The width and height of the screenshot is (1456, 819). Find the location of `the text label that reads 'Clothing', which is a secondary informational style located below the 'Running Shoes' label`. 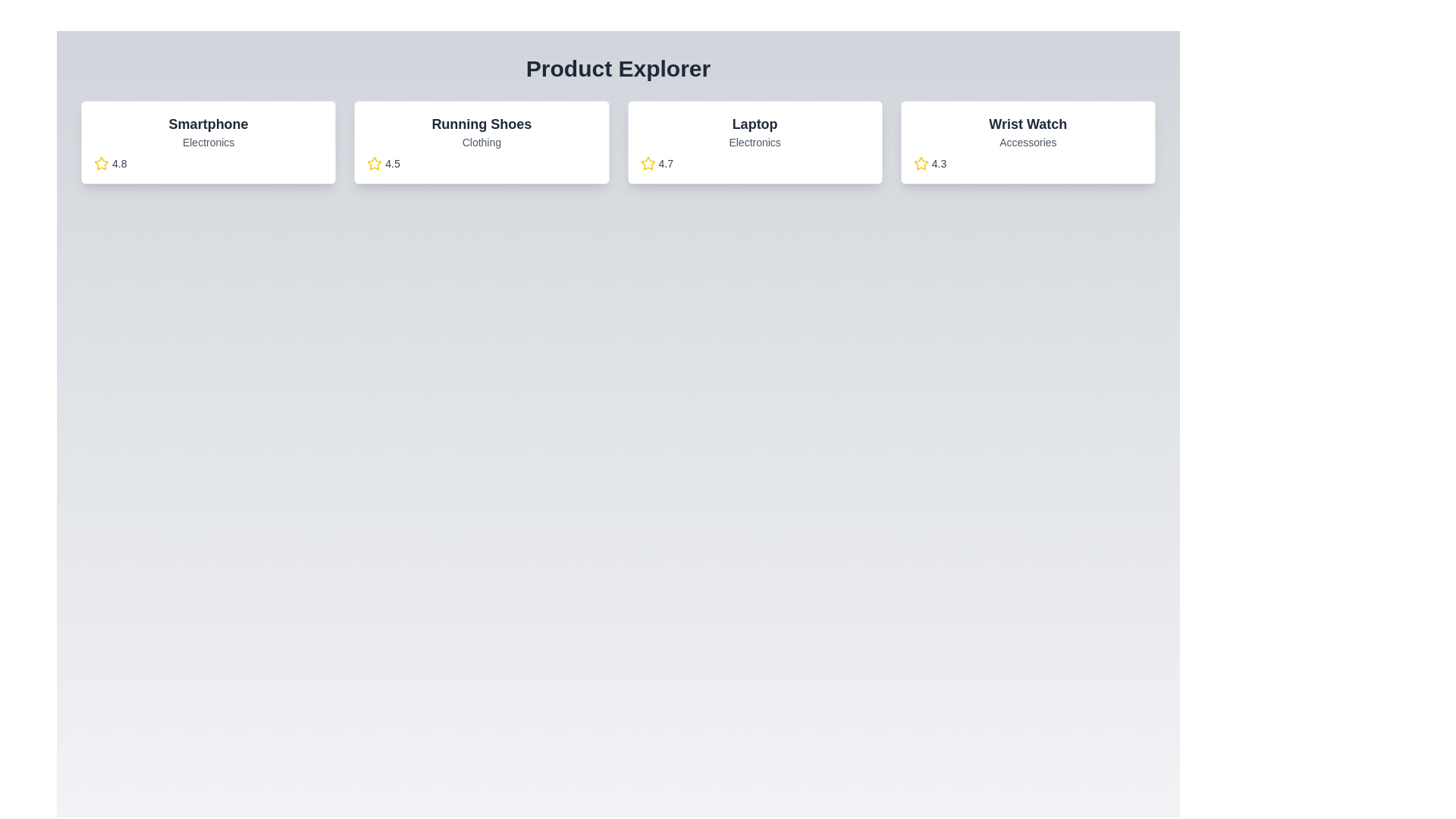

the text label that reads 'Clothing', which is a secondary informational style located below the 'Running Shoes' label is located at coordinates (481, 143).